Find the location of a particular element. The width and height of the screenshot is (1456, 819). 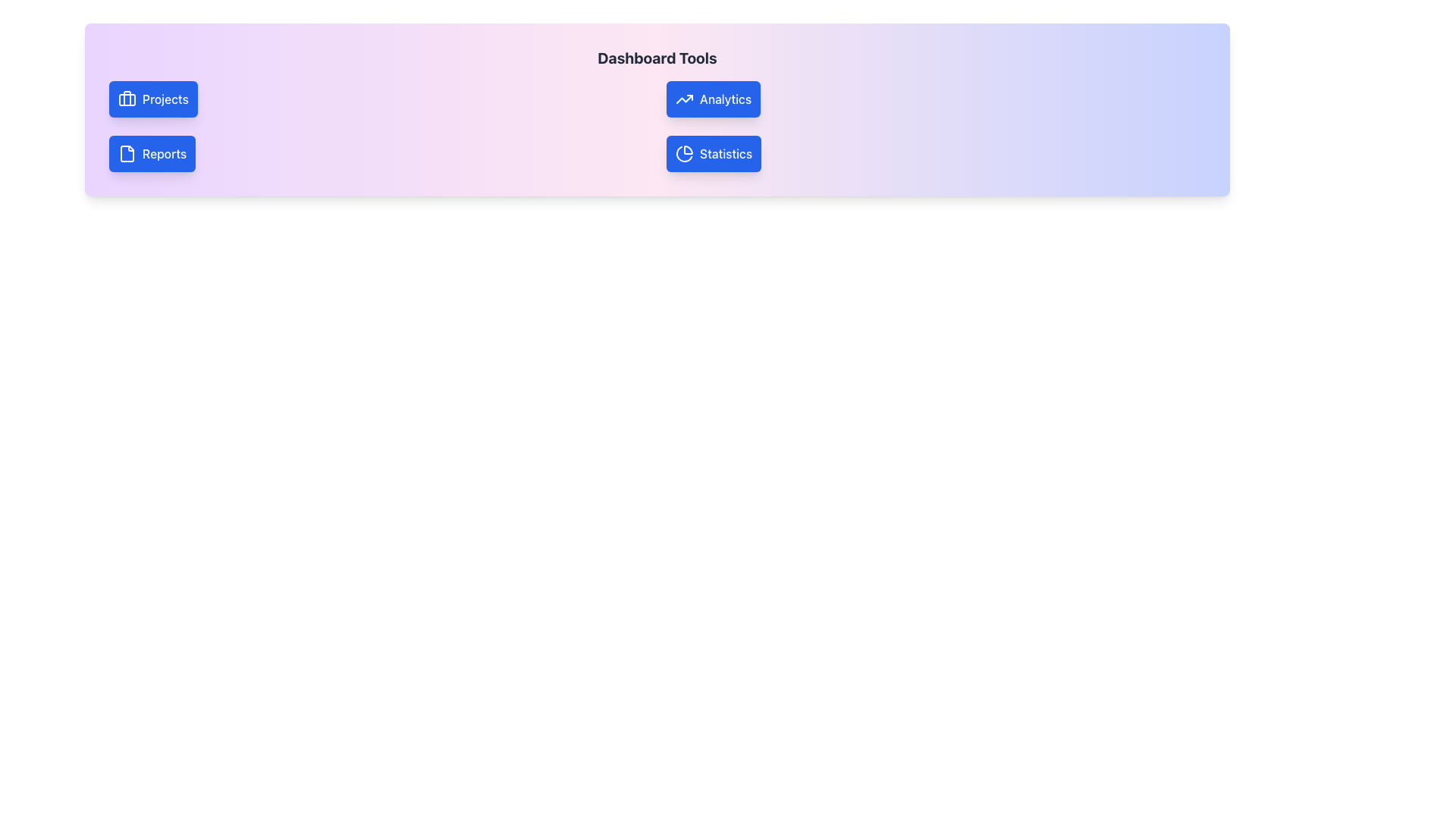

the small blue file icon with a white outline located under the 'Reports' navigation group is located at coordinates (127, 154).